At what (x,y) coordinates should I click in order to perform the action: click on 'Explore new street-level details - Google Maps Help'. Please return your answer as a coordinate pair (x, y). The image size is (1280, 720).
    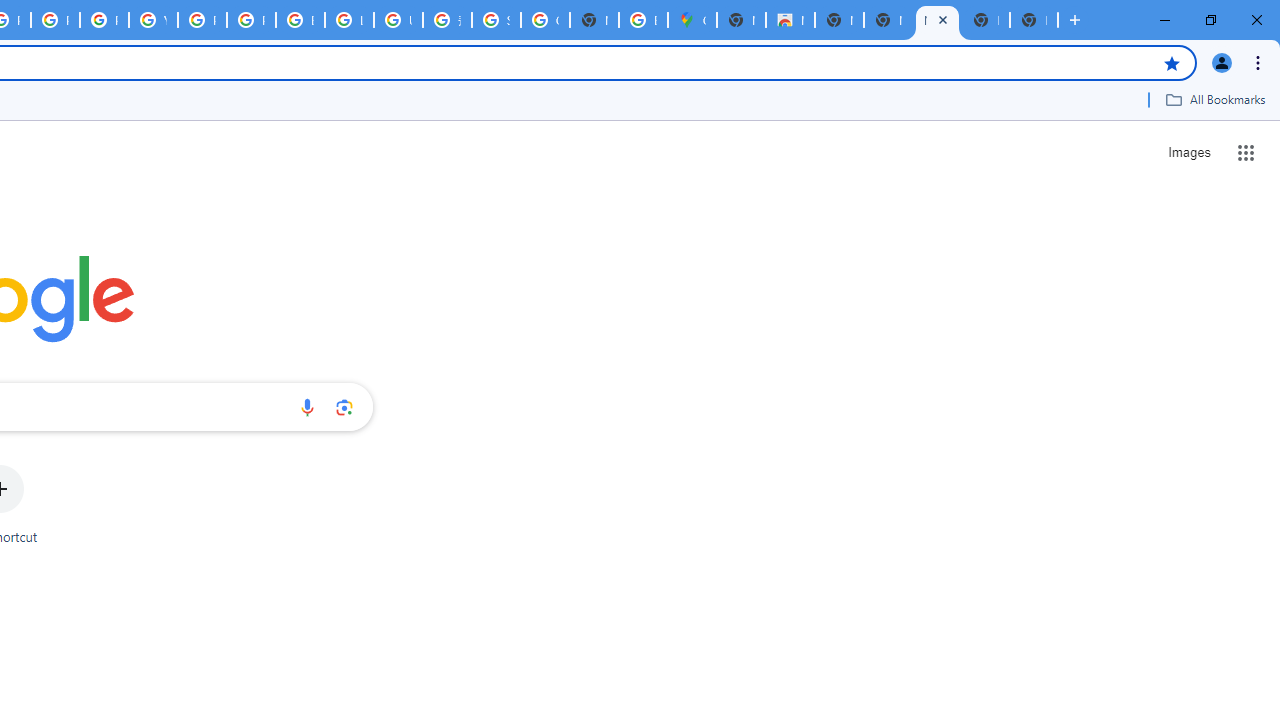
    Looking at the image, I should click on (643, 20).